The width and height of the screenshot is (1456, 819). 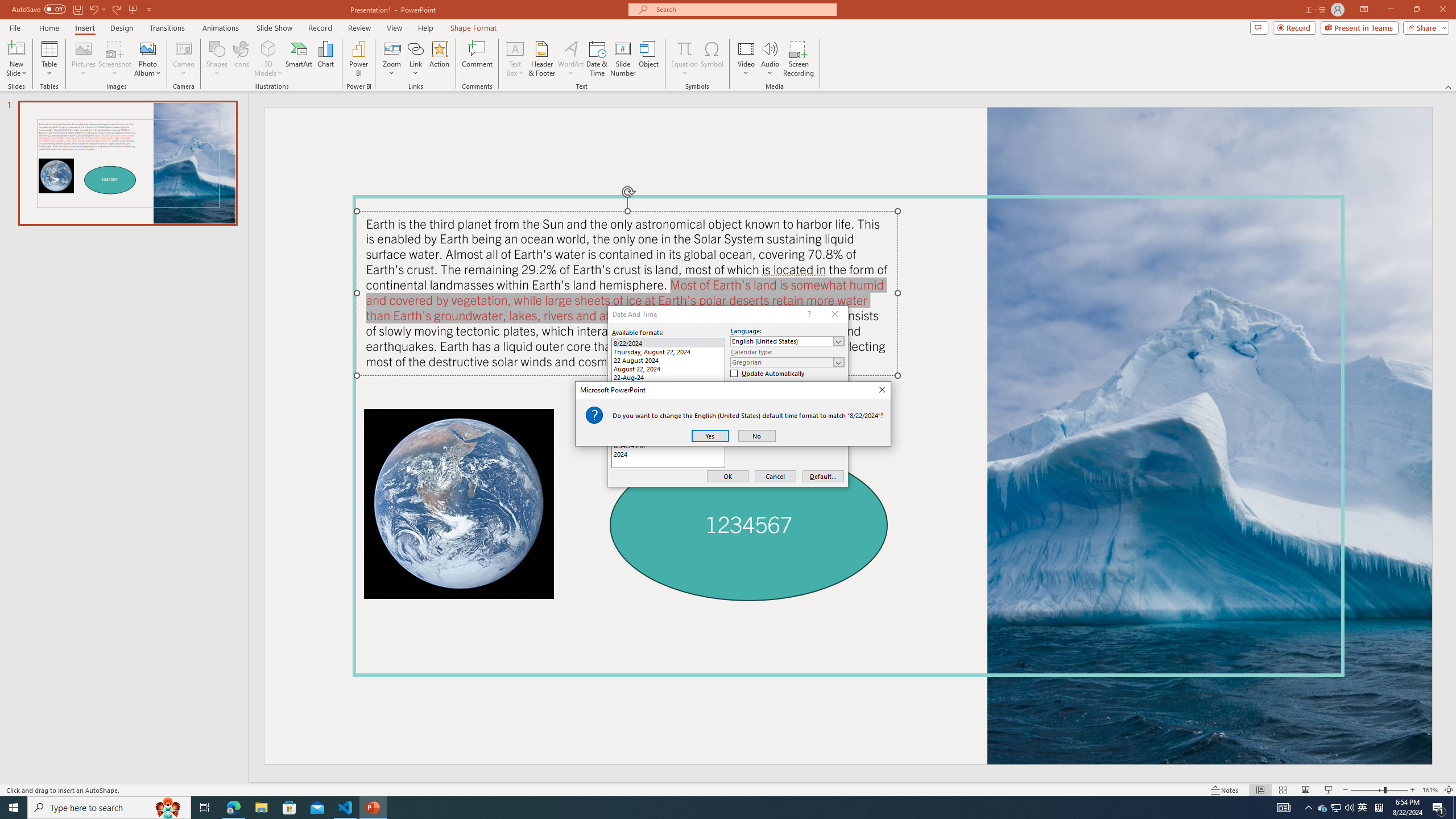 What do you see at coordinates (425, 28) in the screenshot?
I see `'Help'` at bounding box center [425, 28].